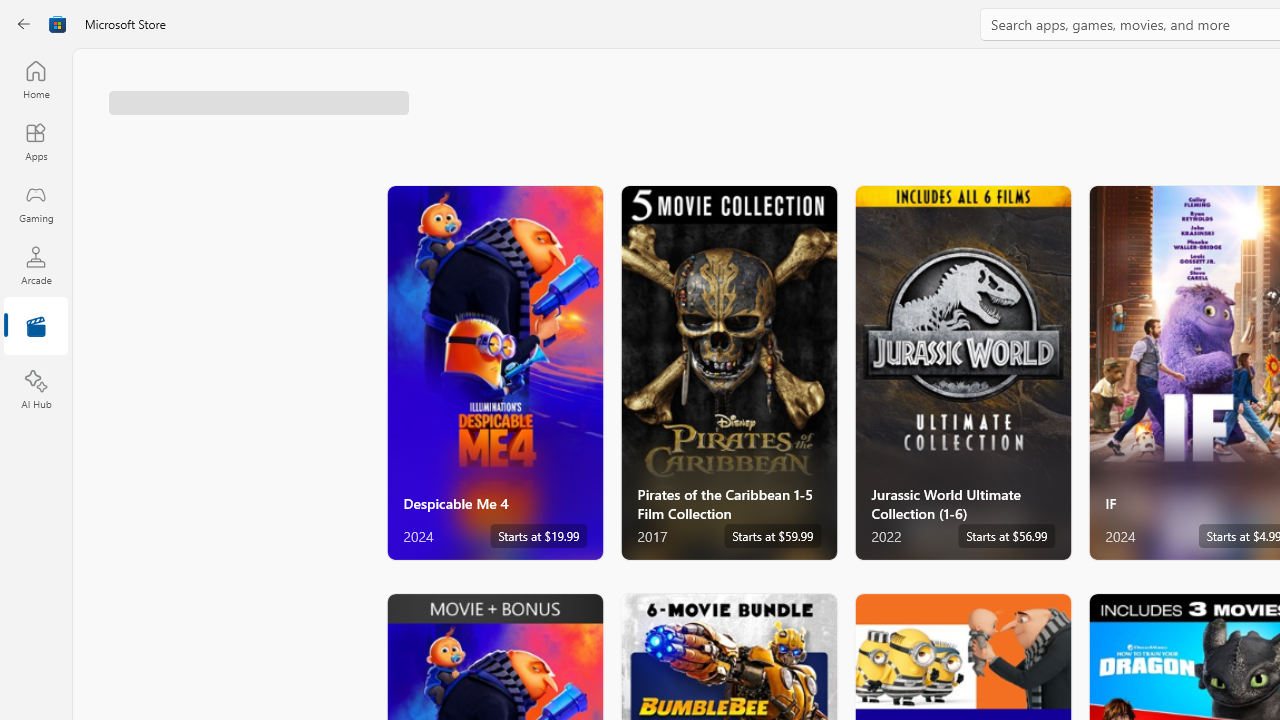  What do you see at coordinates (35, 203) in the screenshot?
I see `'Gaming'` at bounding box center [35, 203].